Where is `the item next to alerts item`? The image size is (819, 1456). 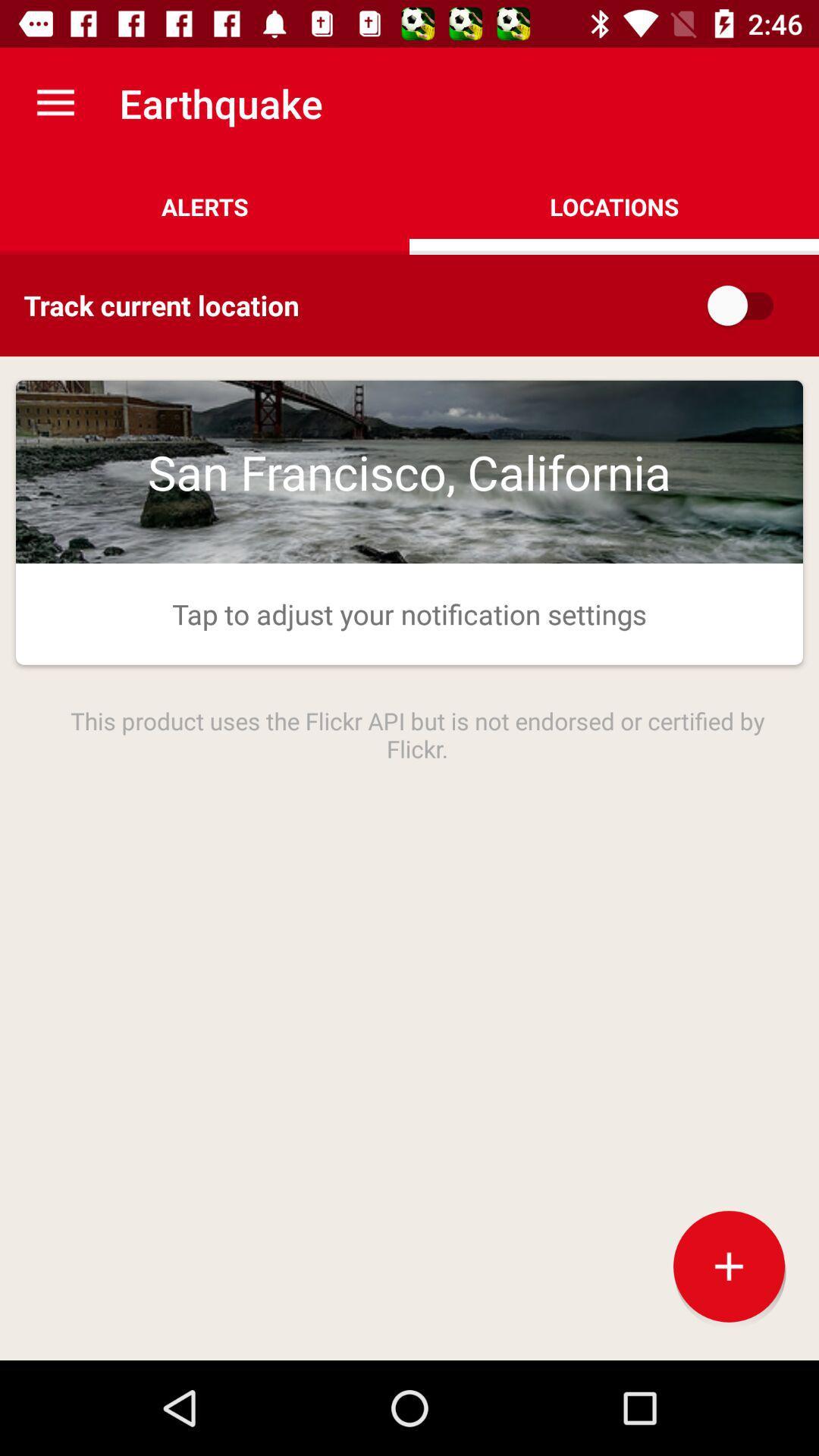 the item next to alerts item is located at coordinates (614, 206).